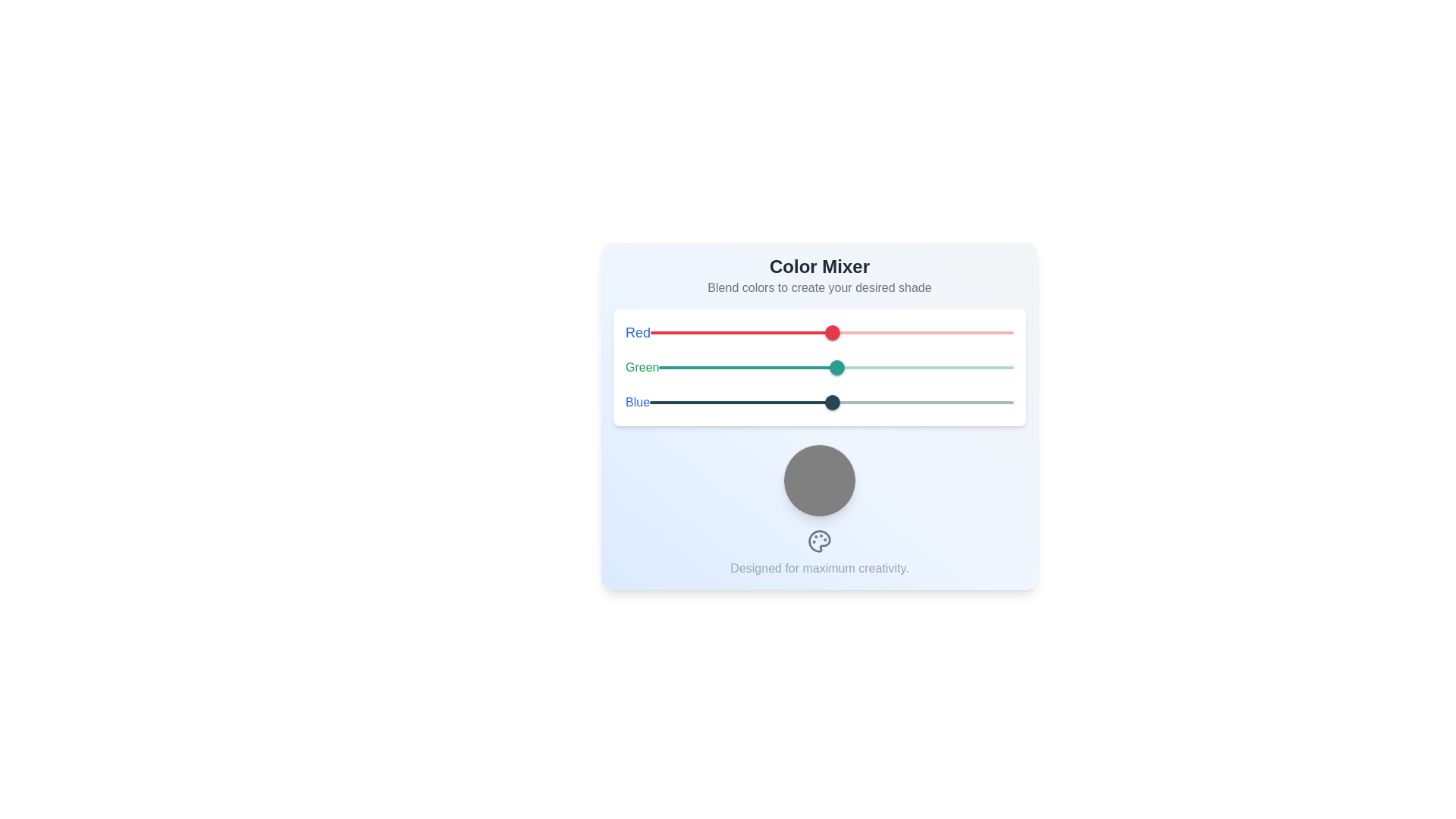 The width and height of the screenshot is (1456, 819). I want to click on the red component of the color, so click(839, 332).